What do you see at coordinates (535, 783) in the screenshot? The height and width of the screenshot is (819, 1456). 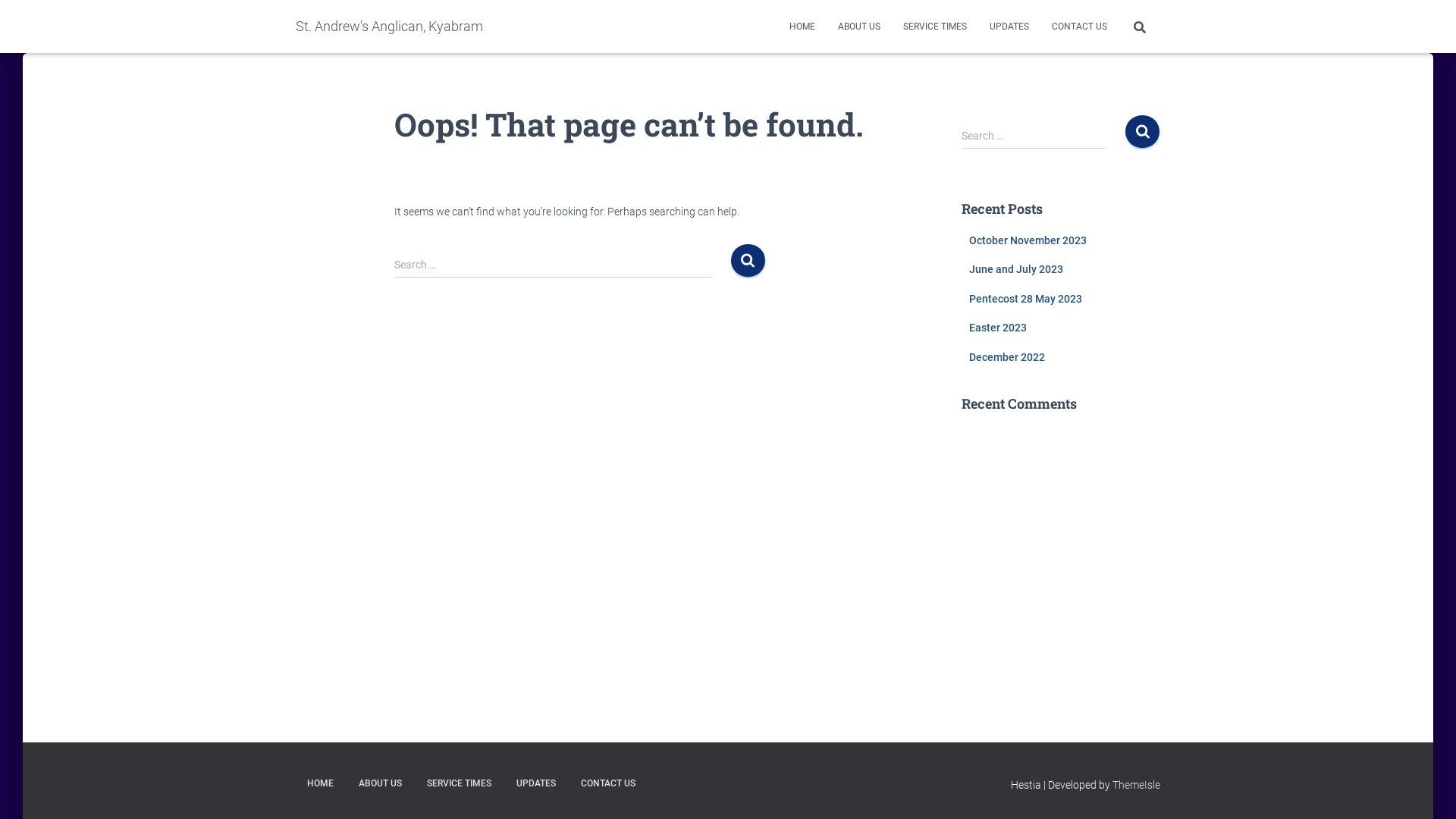 I see `'UPDATES'` at bounding box center [535, 783].